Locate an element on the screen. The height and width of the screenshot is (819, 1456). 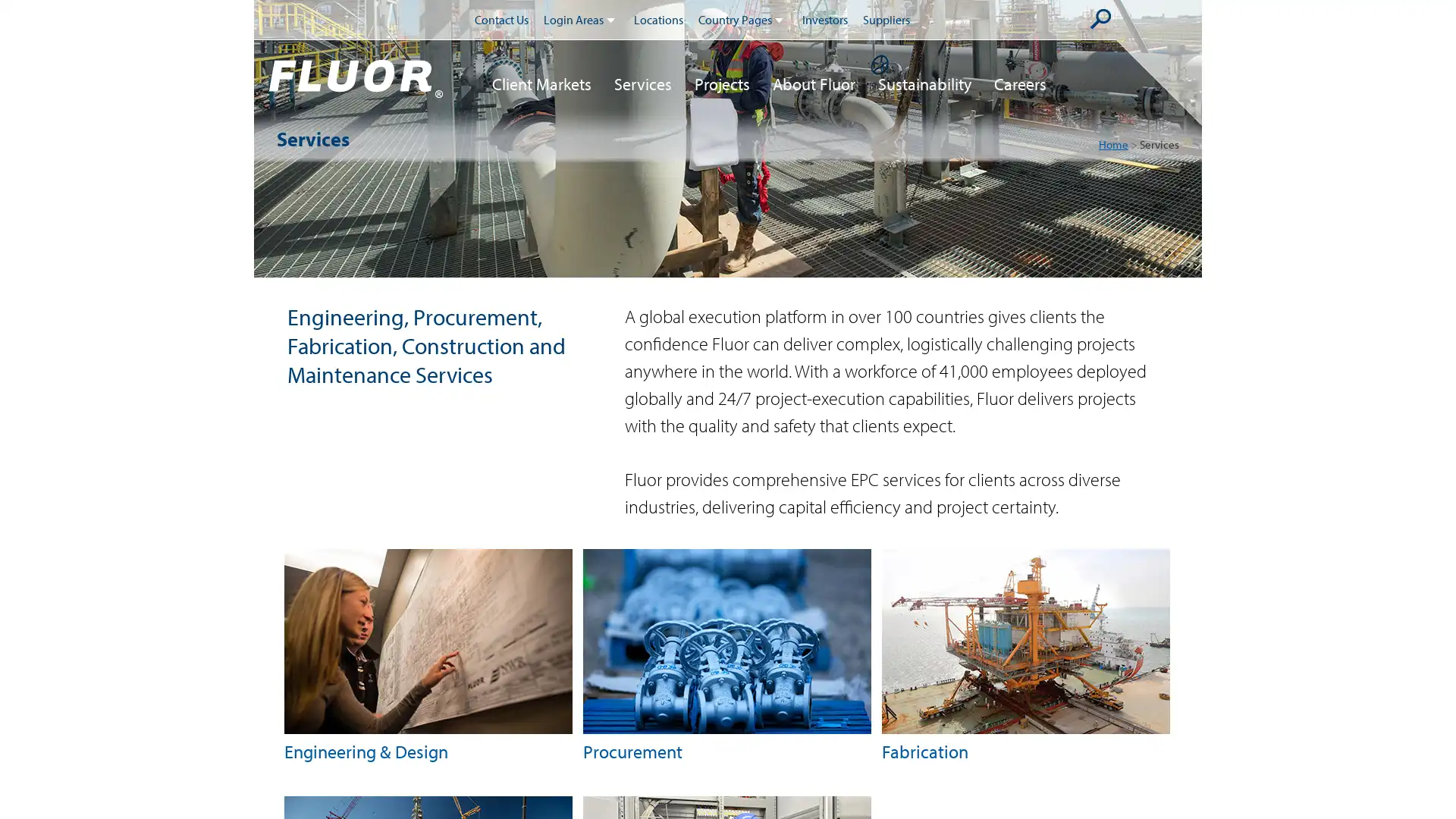
Services is located at coordinates (643, 74).